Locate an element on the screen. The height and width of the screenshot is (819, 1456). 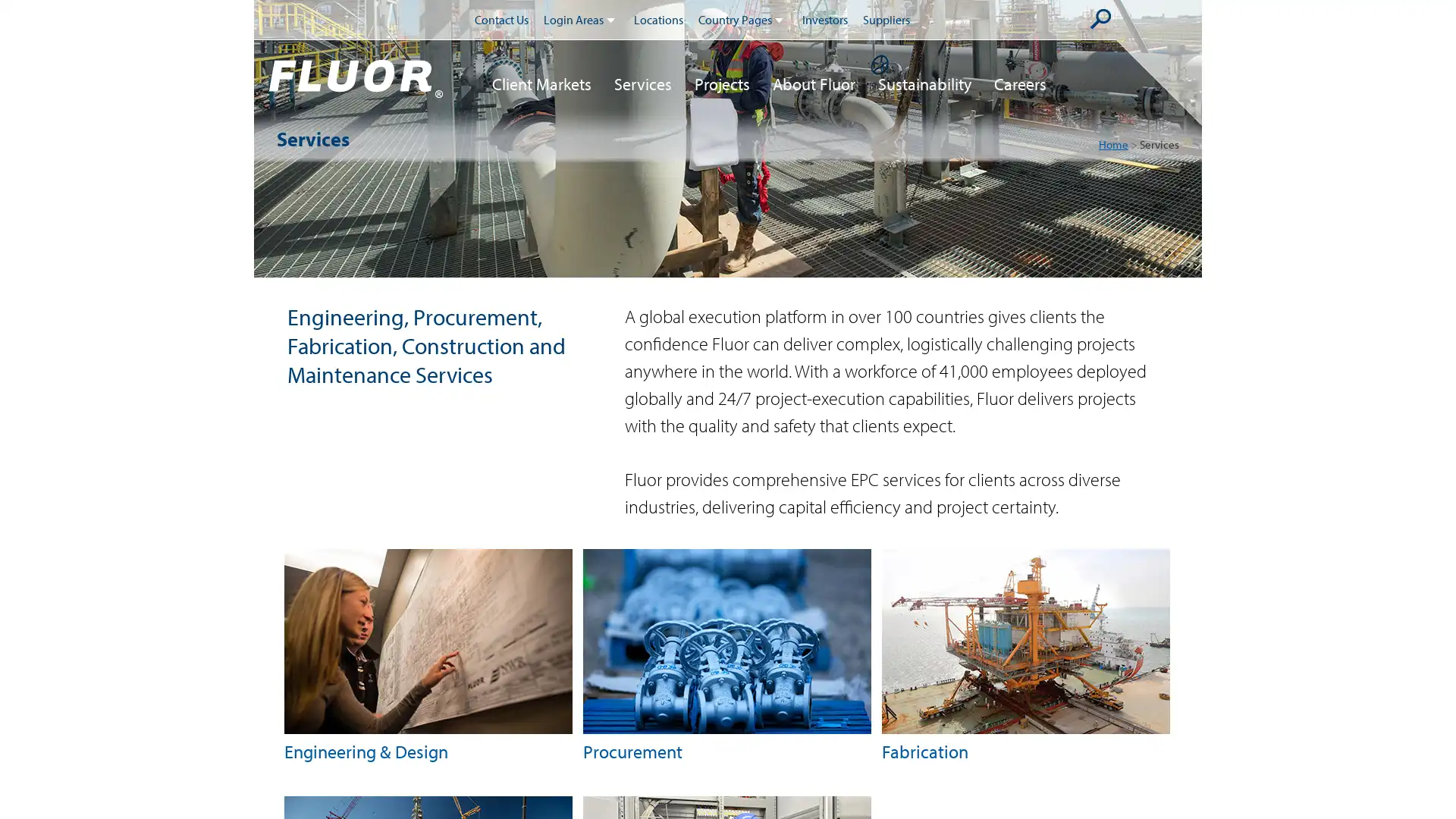
Services is located at coordinates (643, 74).